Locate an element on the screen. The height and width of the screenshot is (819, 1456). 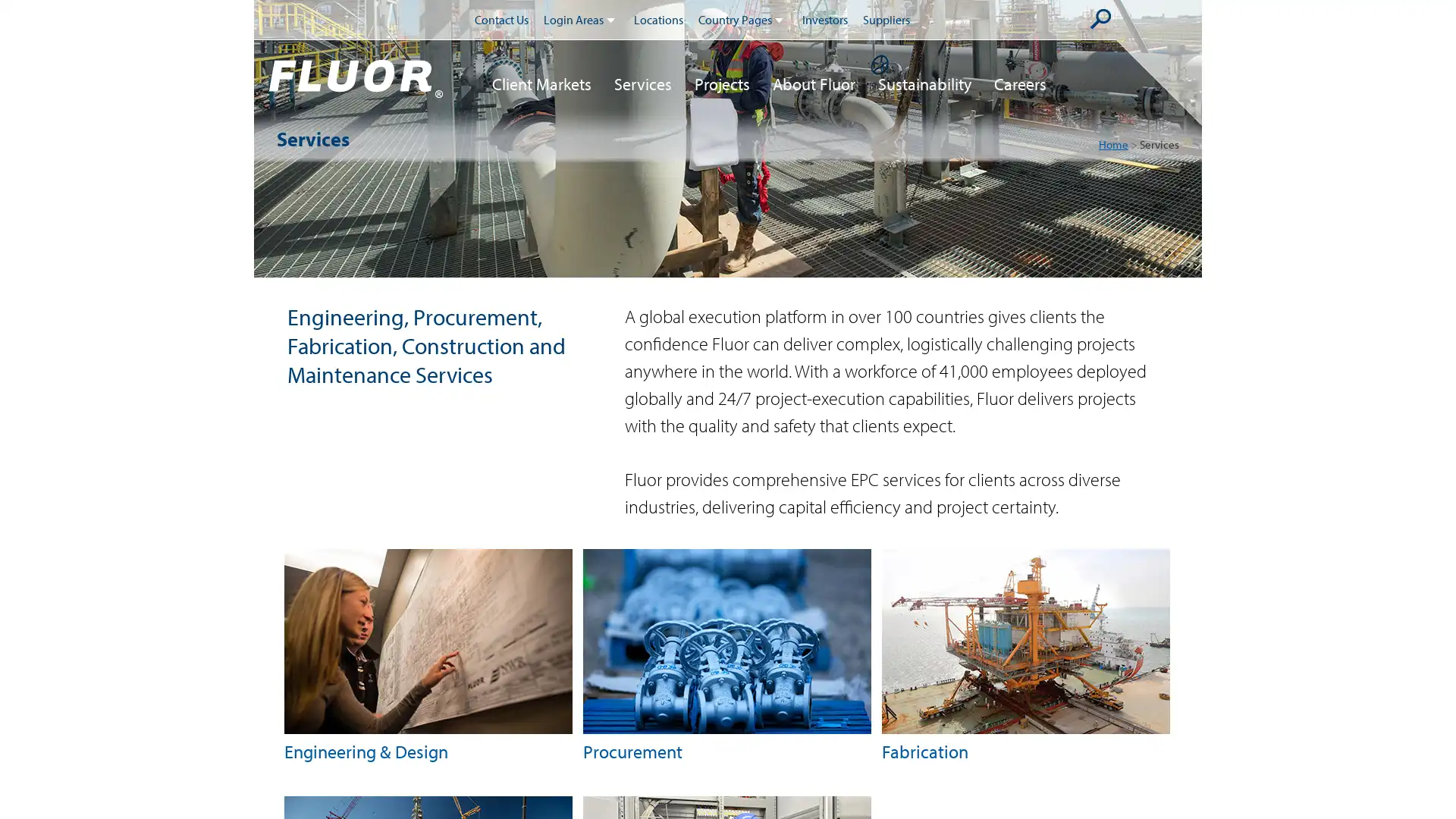
Services is located at coordinates (643, 74).